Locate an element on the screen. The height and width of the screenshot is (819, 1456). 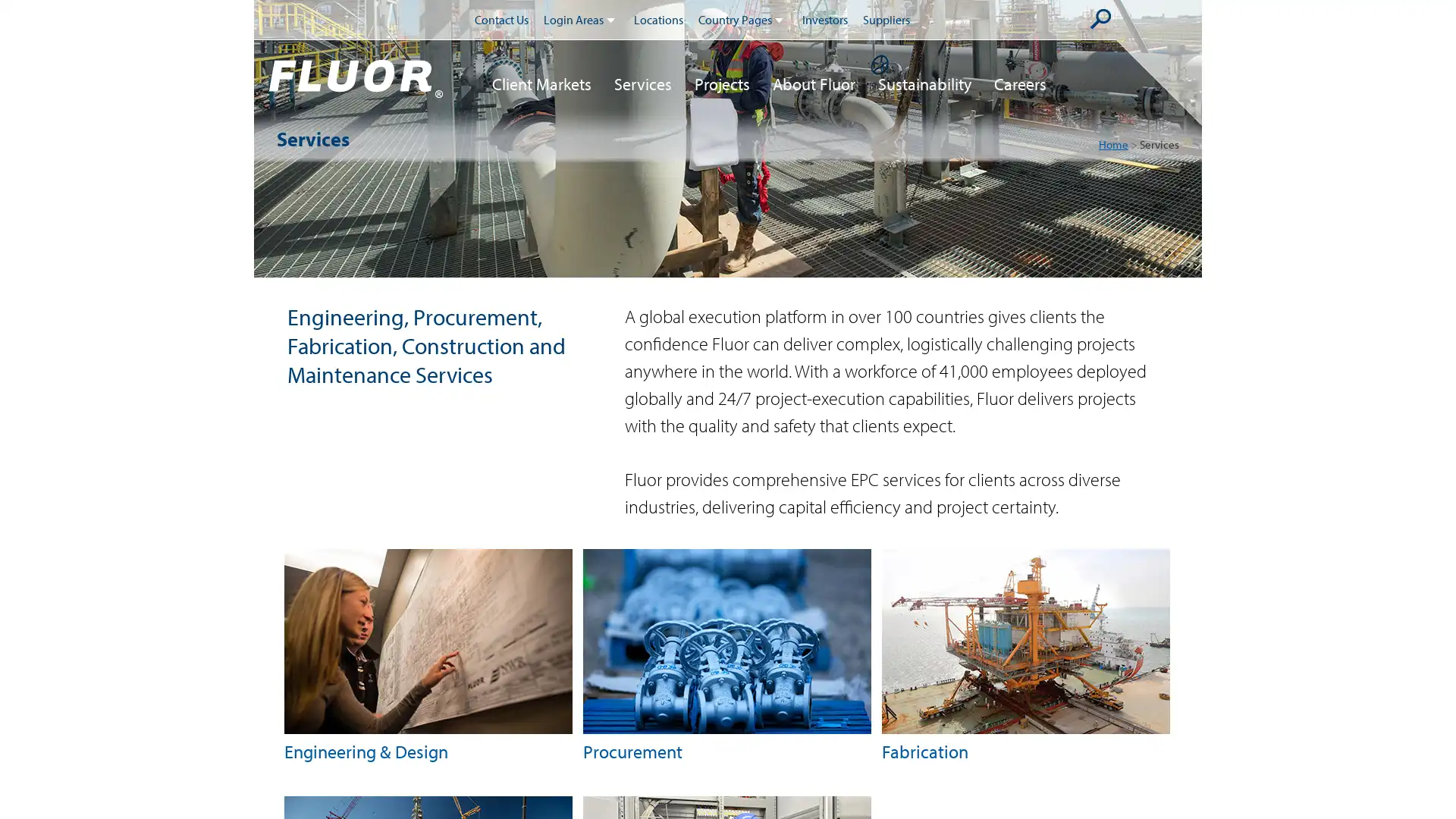
Services is located at coordinates (643, 74).